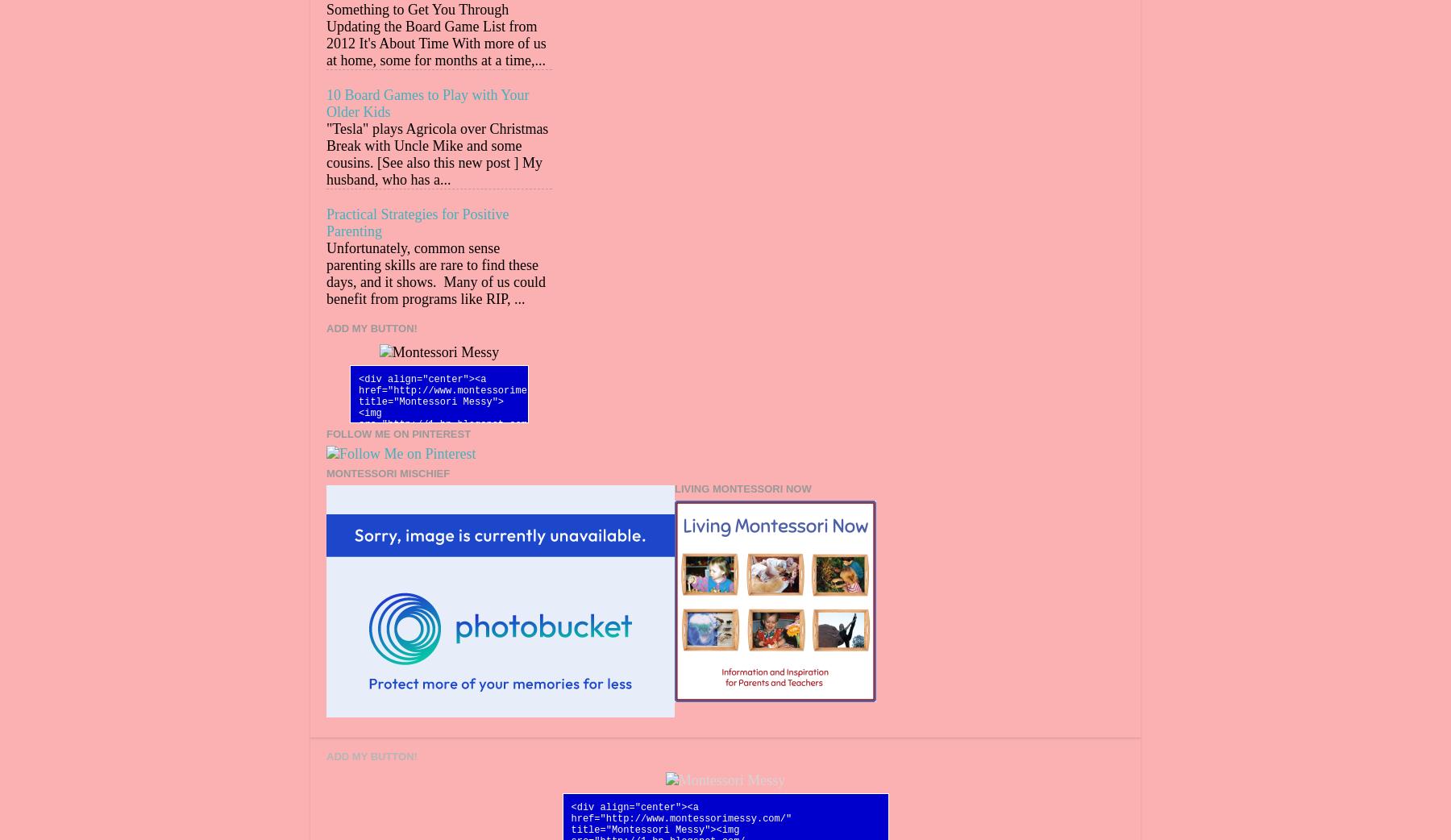 The height and width of the screenshot is (840, 1451). Describe the element at coordinates (742, 488) in the screenshot. I see `'Living Montessori Now'` at that location.